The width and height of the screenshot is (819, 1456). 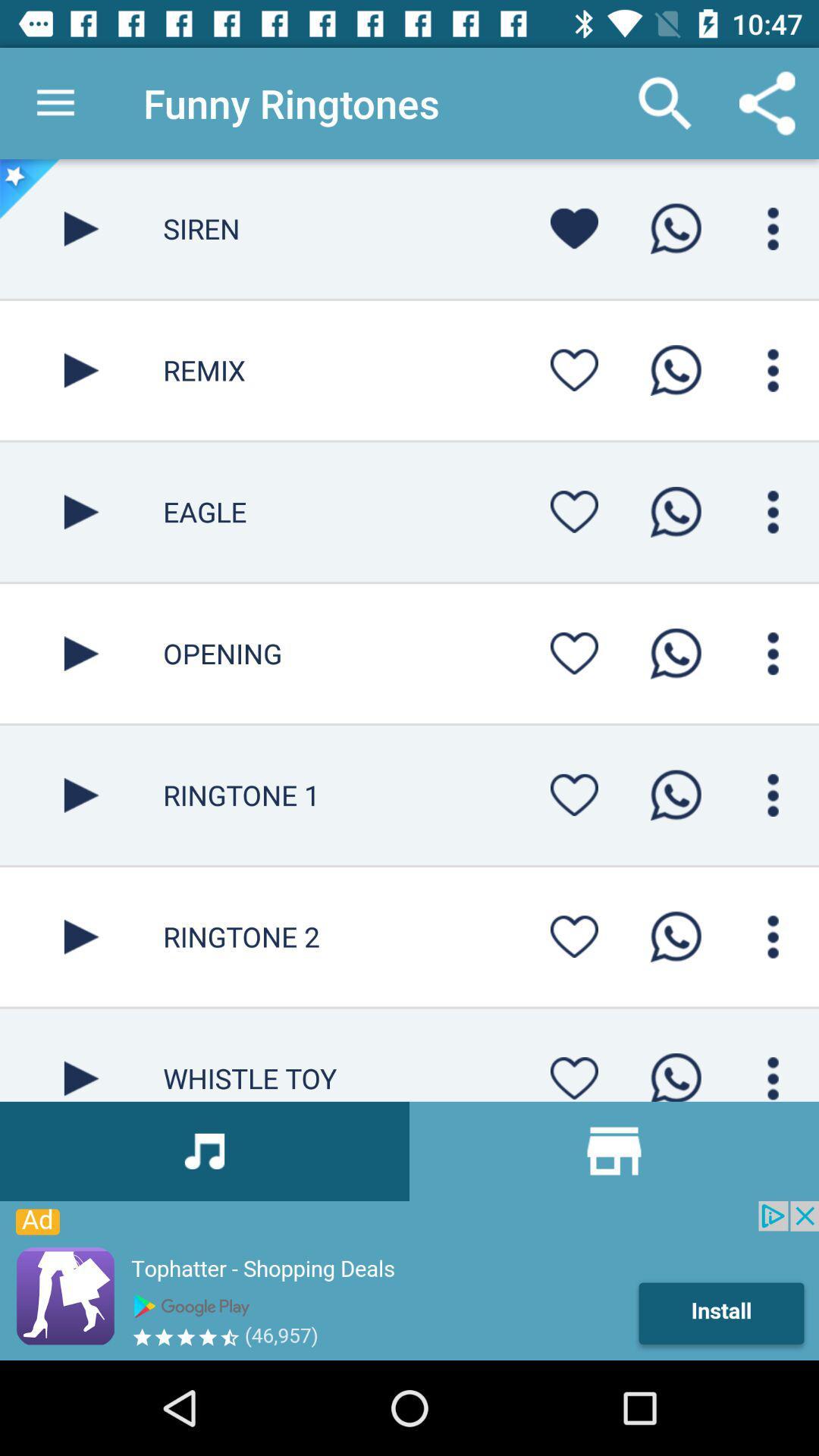 What do you see at coordinates (675, 654) in the screenshot?
I see `call` at bounding box center [675, 654].